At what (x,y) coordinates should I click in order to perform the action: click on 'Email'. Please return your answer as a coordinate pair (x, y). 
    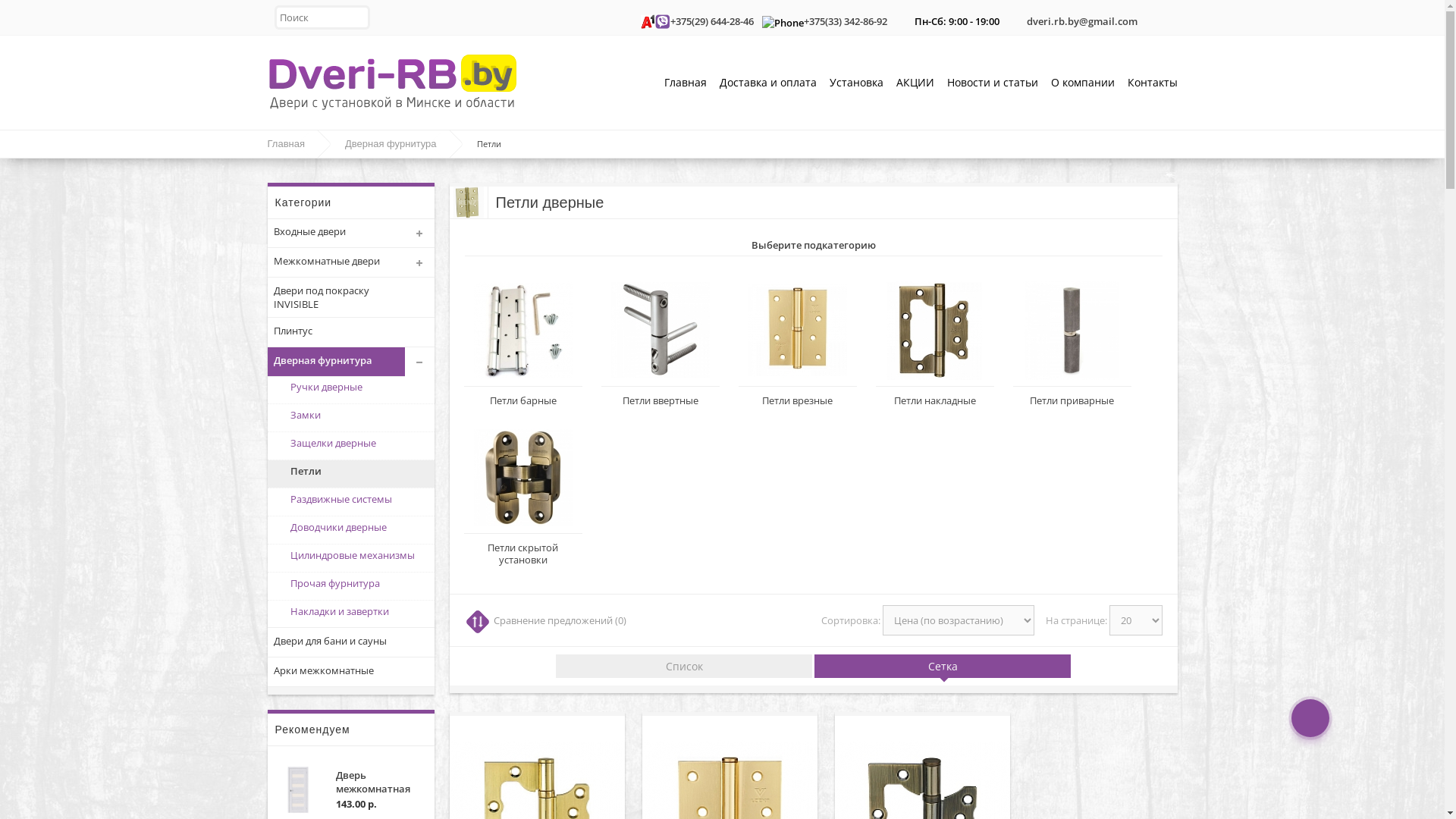
    Looking at the image, I should click on (1015, 17).